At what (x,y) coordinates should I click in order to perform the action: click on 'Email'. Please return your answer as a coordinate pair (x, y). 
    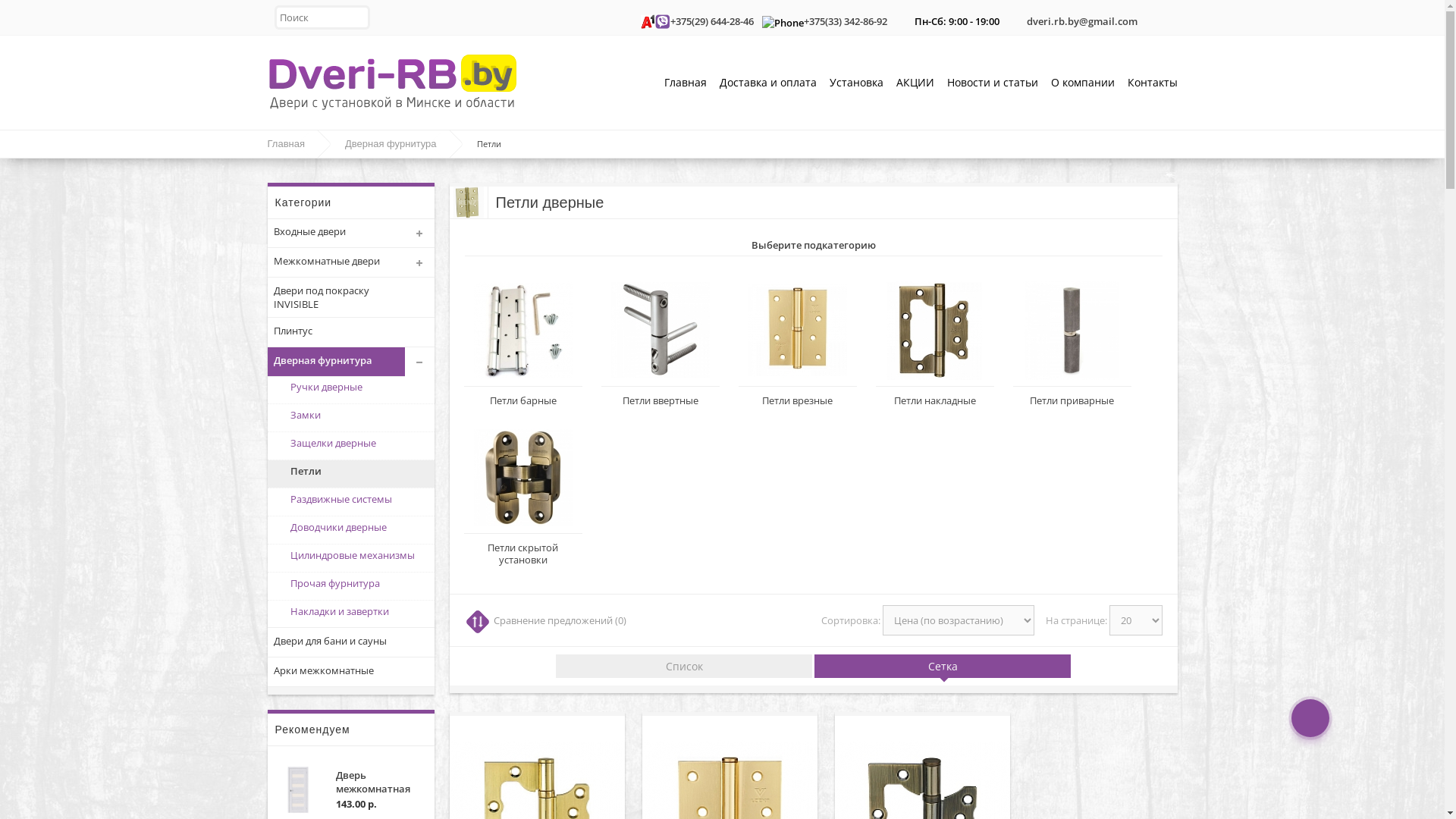
    Looking at the image, I should click on (1015, 17).